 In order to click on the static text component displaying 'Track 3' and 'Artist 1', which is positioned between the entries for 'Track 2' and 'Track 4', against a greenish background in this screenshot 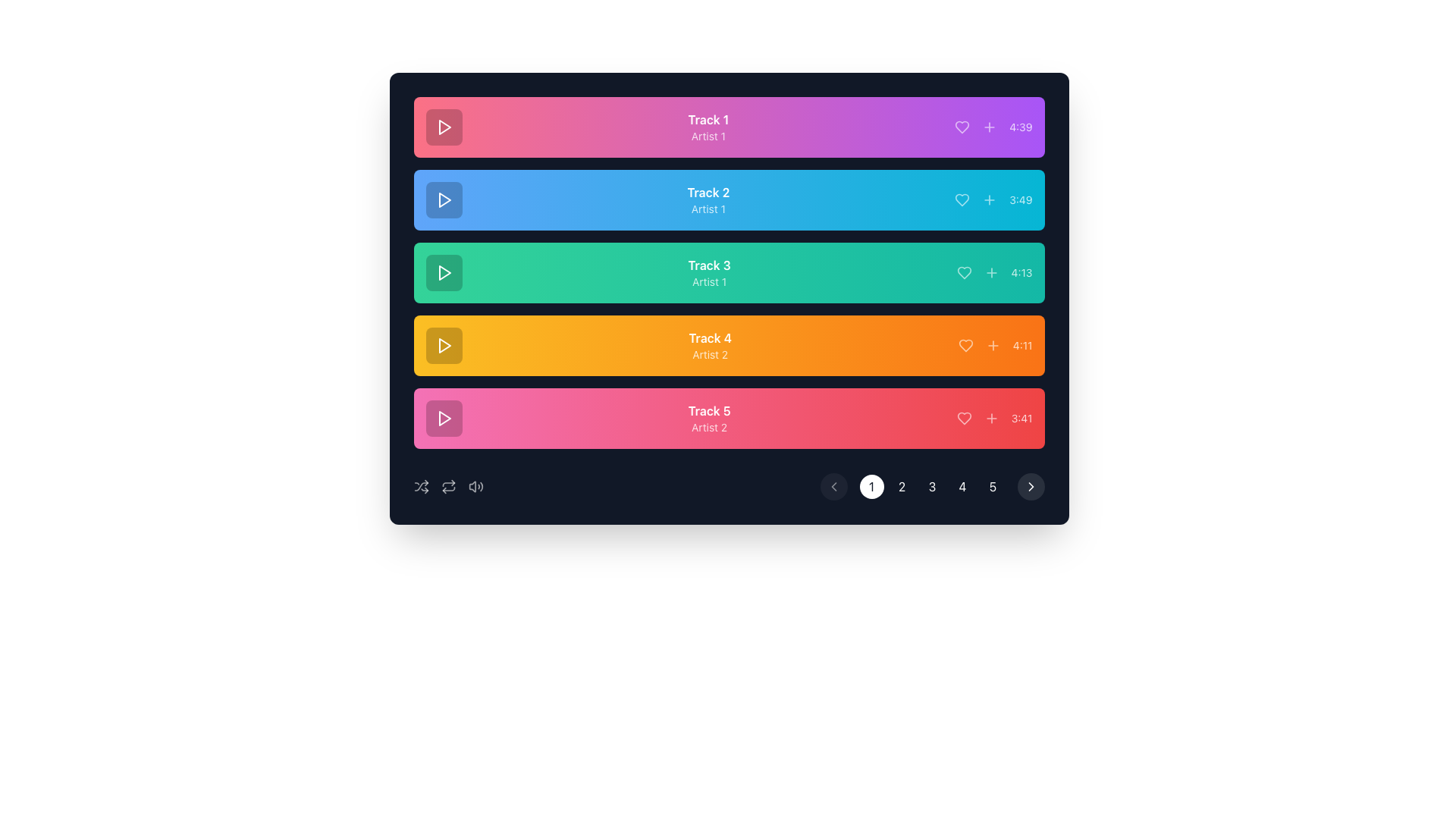, I will do `click(708, 271)`.